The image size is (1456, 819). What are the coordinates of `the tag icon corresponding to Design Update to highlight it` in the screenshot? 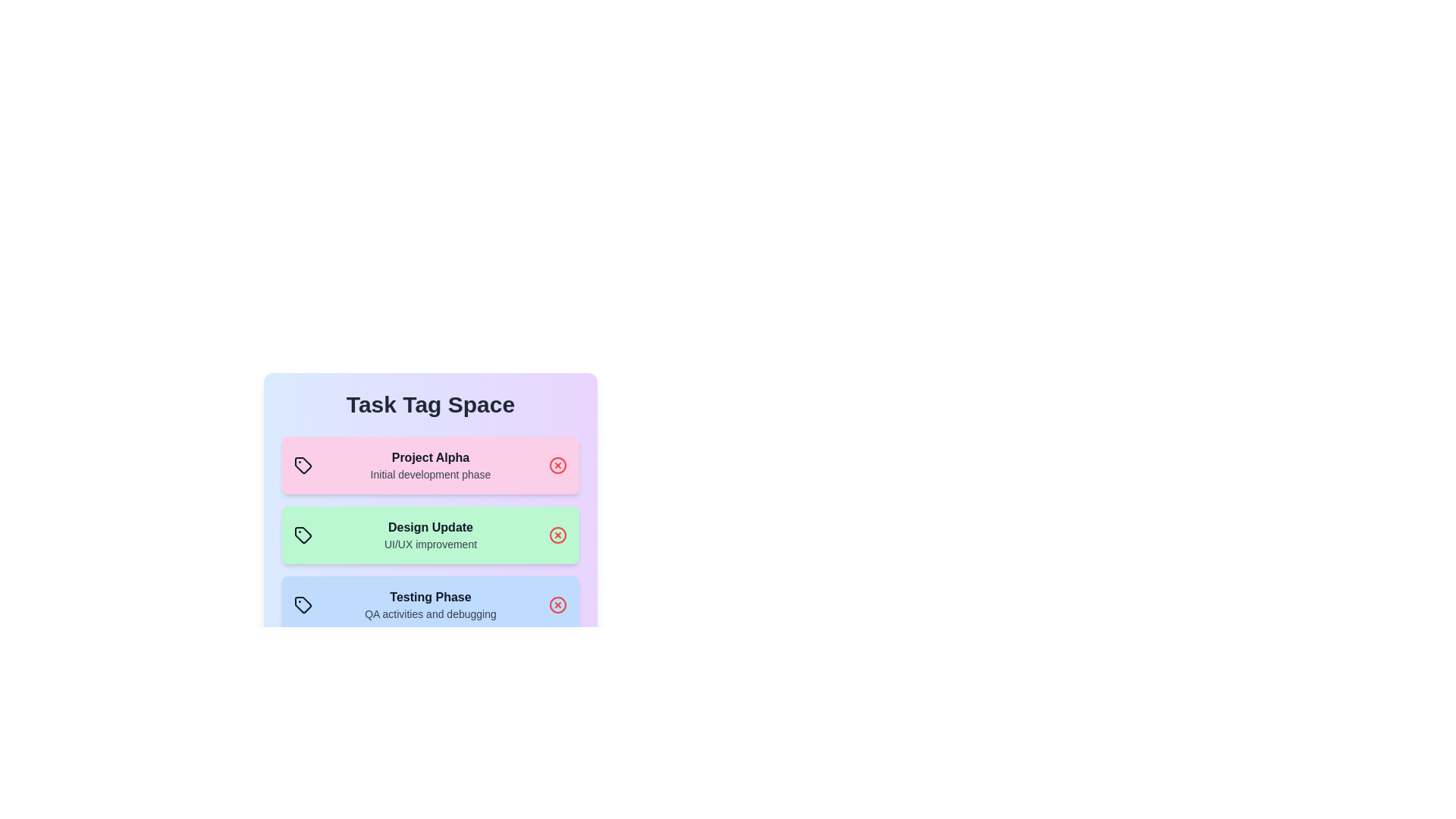 It's located at (303, 534).